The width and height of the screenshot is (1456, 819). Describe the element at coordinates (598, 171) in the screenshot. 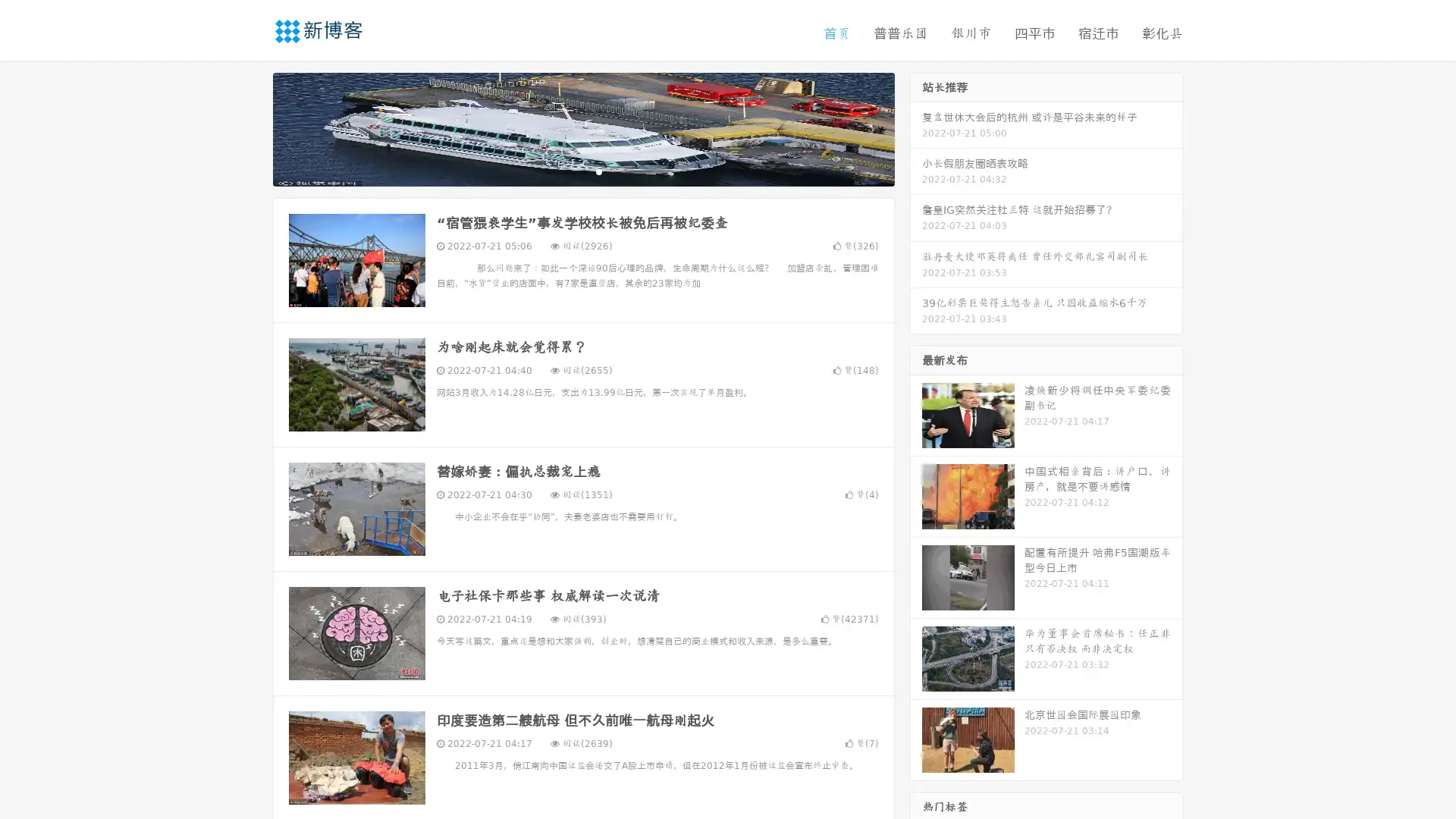

I see `Go to slide 3` at that location.